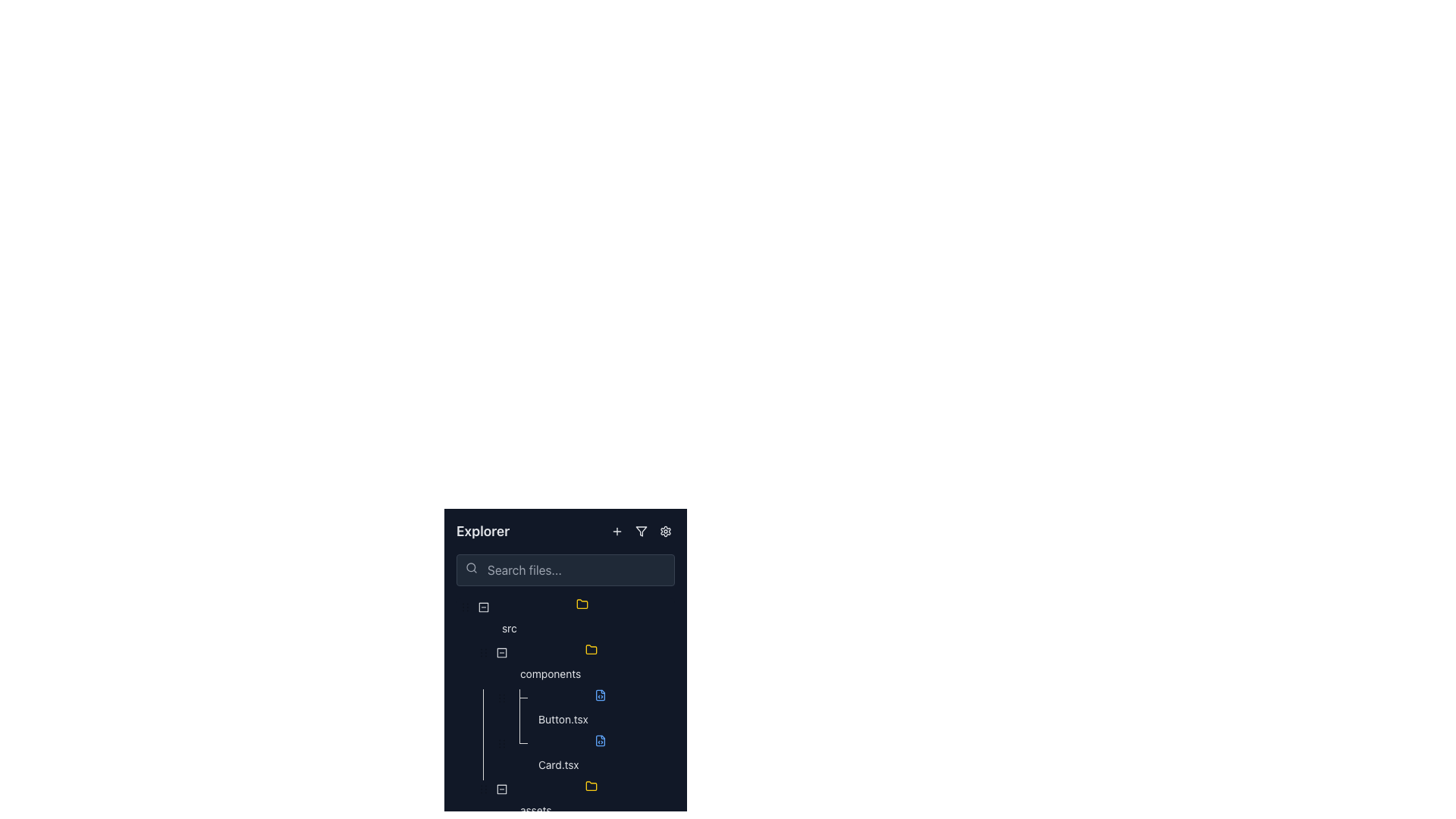 The width and height of the screenshot is (1456, 819). What do you see at coordinates (590, 786) in the screenshot?
I see `the folder icon located within the tree structure of the file explorer interface, specifically aligned to the left of the label for the corresponding folder under the 'src' directory` at bounding box center [590, 786].